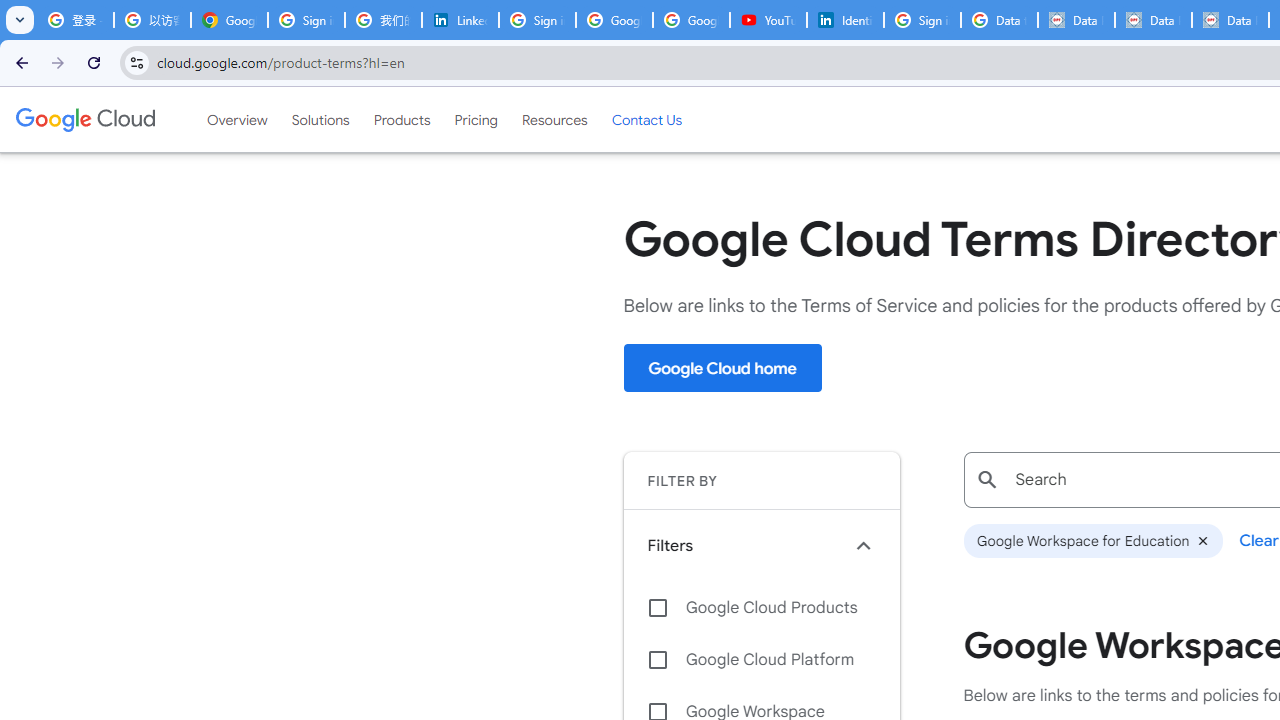  Describe the element at coordinates (921, 20) in the screenshot. I see `'Sign in - Google Accounts'` at that location.